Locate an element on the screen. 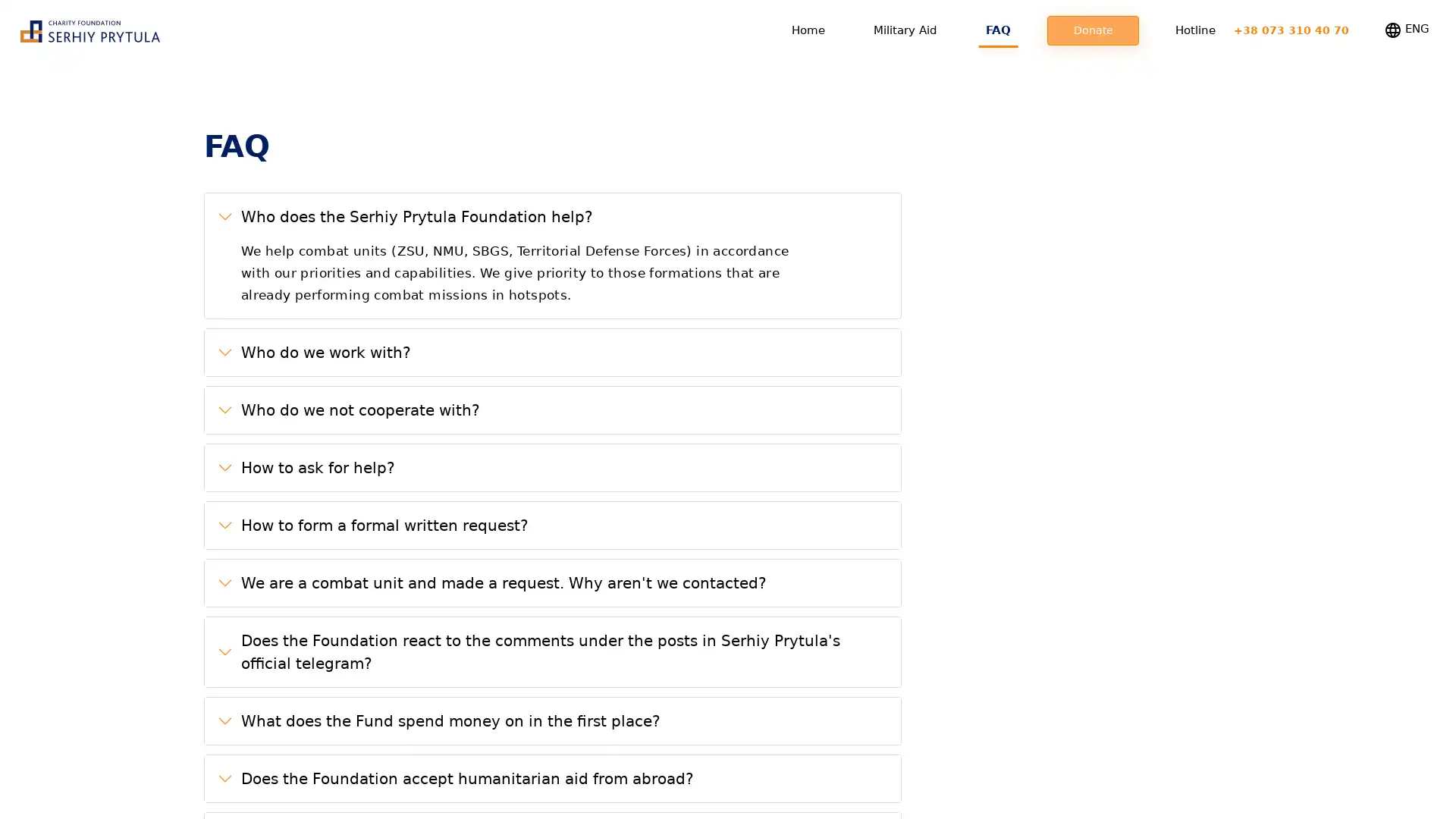 The height and width of the screenshot is (819, 1456). Does the Foundation accept humanitarian aid from abroad? is located at coordinates (551, 778).